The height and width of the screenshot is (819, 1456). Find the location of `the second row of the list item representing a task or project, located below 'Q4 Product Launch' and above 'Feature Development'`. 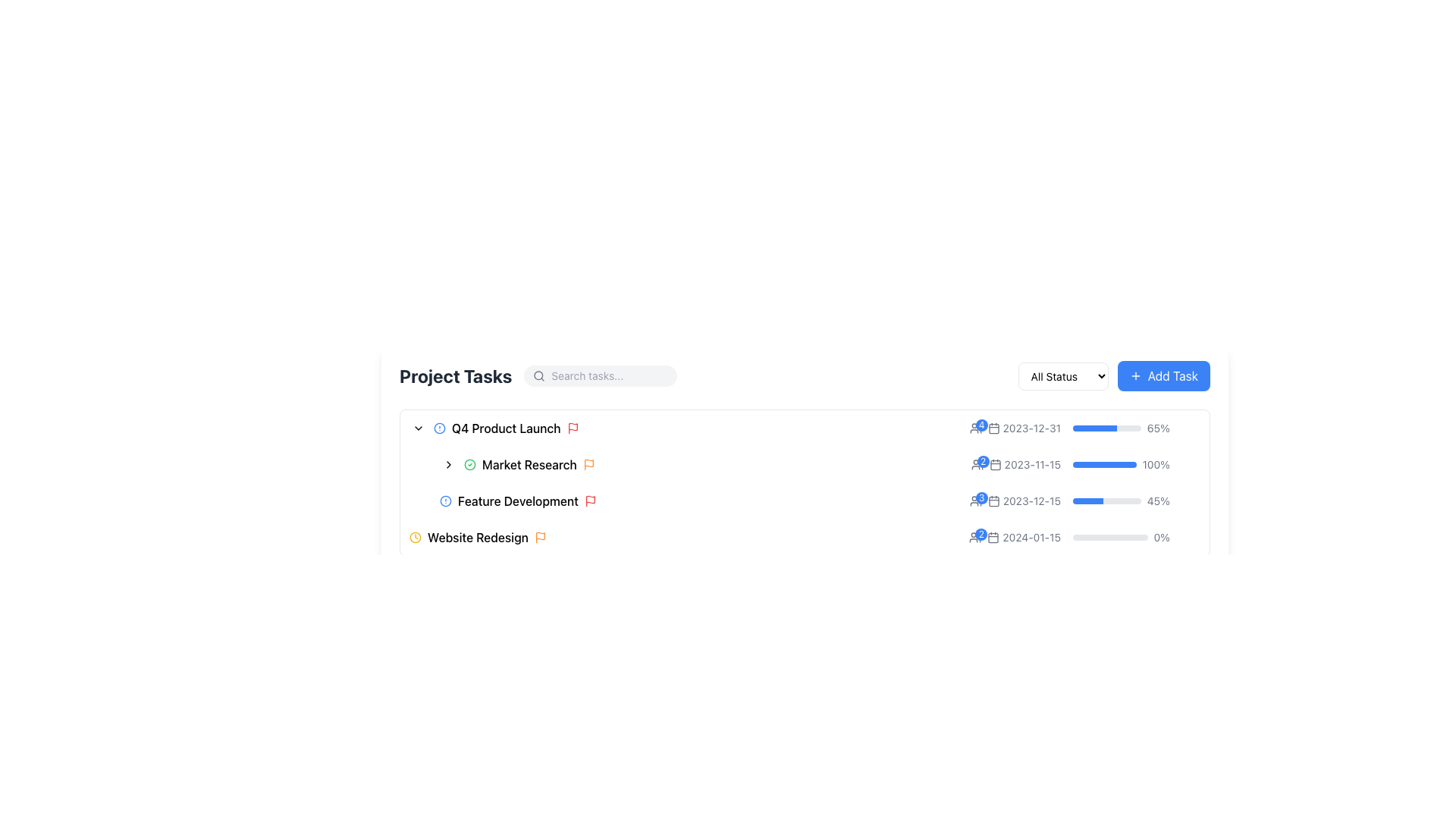

the second row of the list item representing a task or project, located below 'Q4 Product Launch' and above 'Feature Development' is located at coordinates (819, 464).